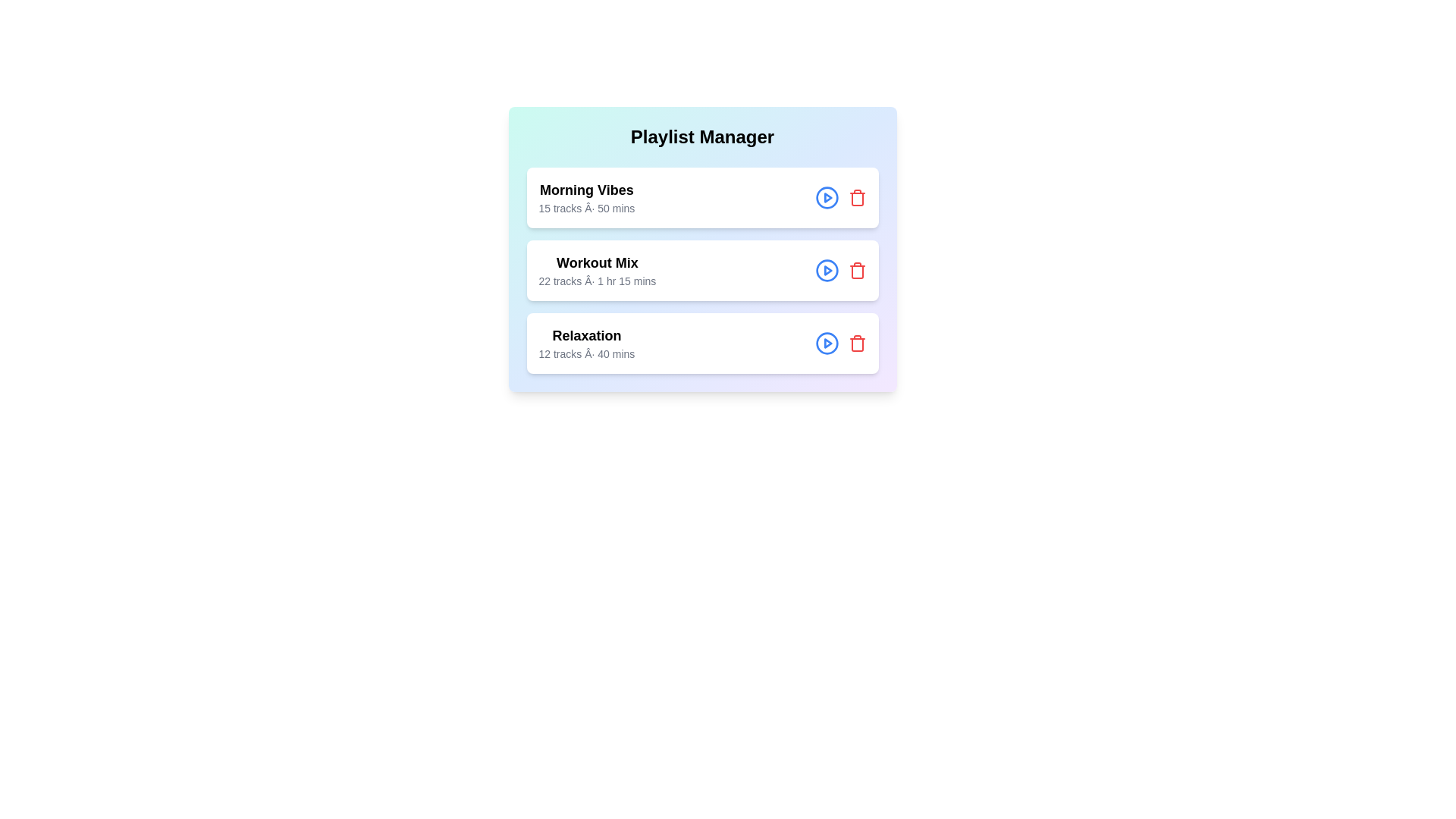 Image resolution: width=1456 pixels, height=819 pixels. Describe the element at coordinates (826, 197) in the screenshot. I see `play button for the playlist titled Morning Vibes` at that location.